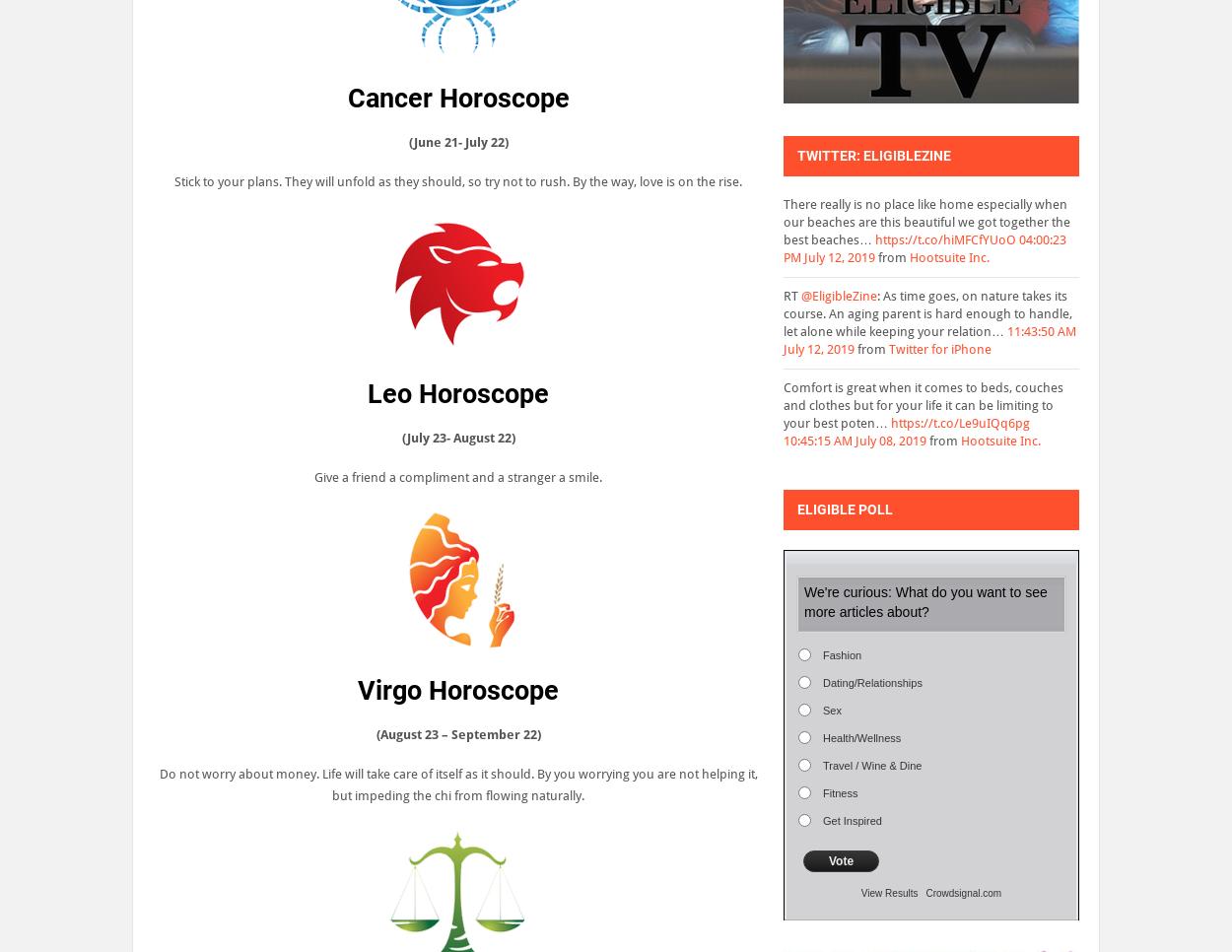 Image resolution: width=1232 pixels, height=952 pixels. Describe the element at coordinates (924, 248) in the screenshot. I see `'04:00:23 PM July 12, 2019'` at that location.